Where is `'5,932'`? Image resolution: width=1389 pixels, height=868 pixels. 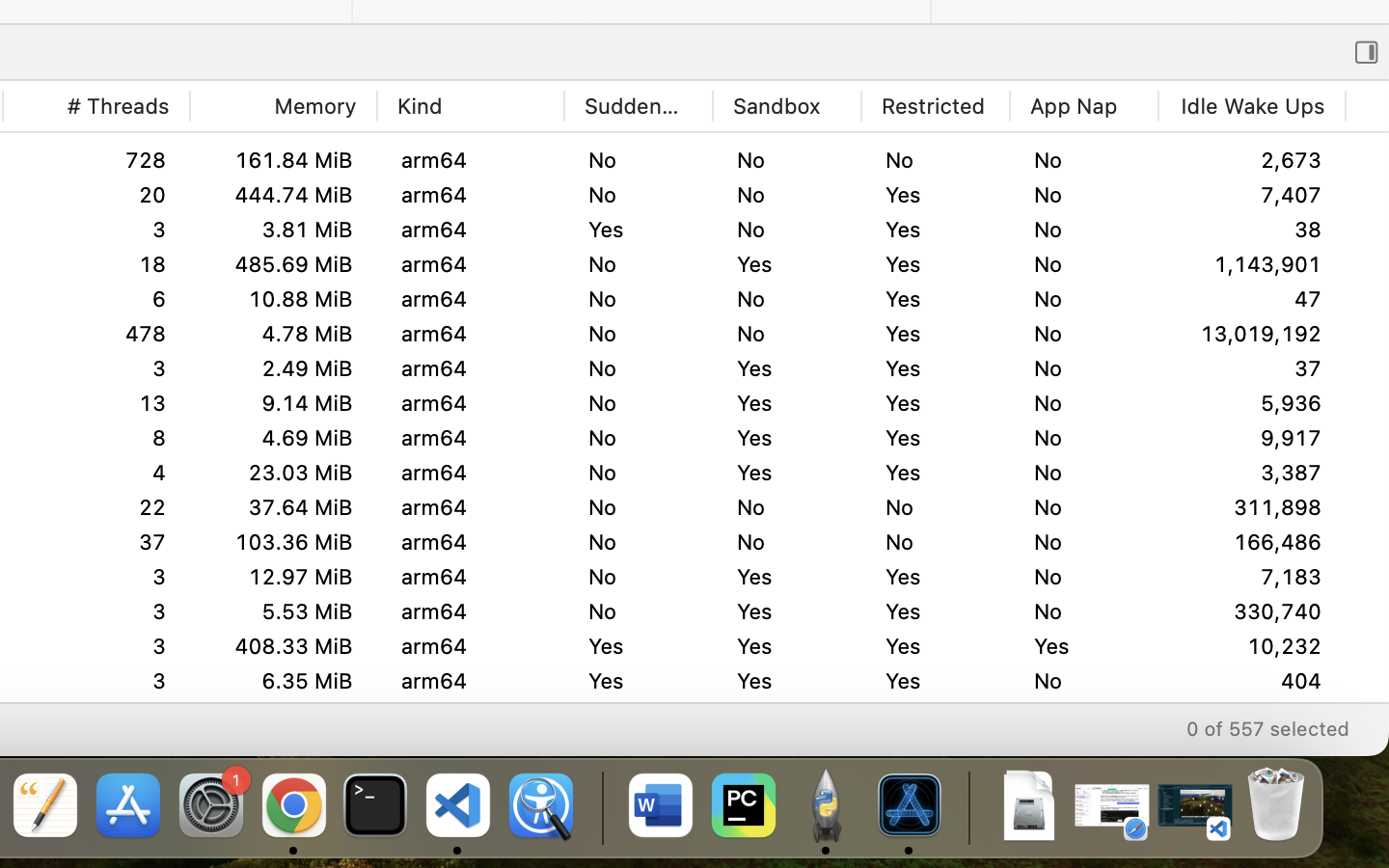 '5,932' is located at coordinates (1252, 402).